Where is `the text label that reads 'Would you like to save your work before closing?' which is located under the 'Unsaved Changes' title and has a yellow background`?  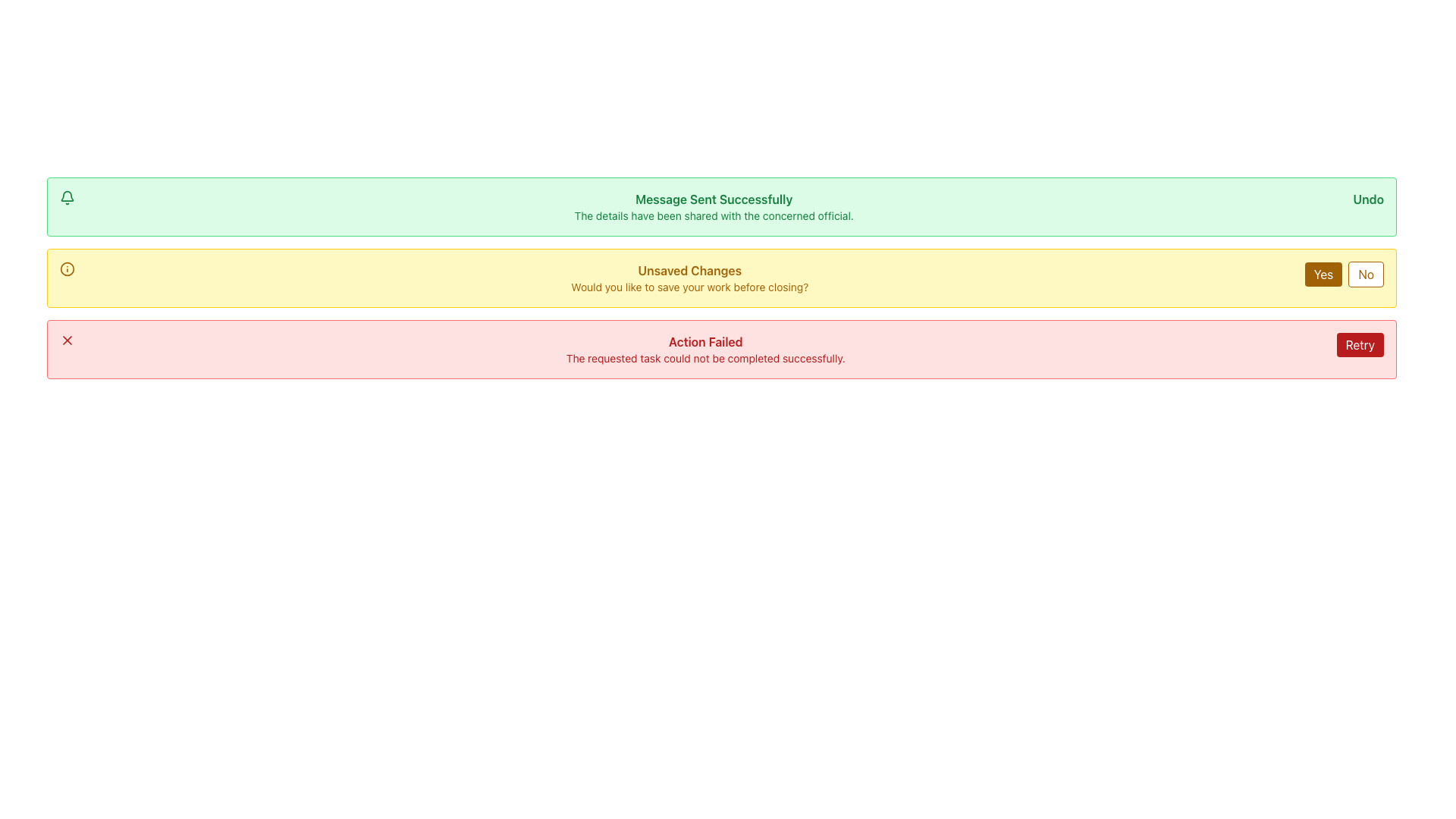 the text label that reads 'Would you like to save your work before closing?' which is located under the 'Unsaved Changes' title and has a yellow background is located at coordinates (689, 287).